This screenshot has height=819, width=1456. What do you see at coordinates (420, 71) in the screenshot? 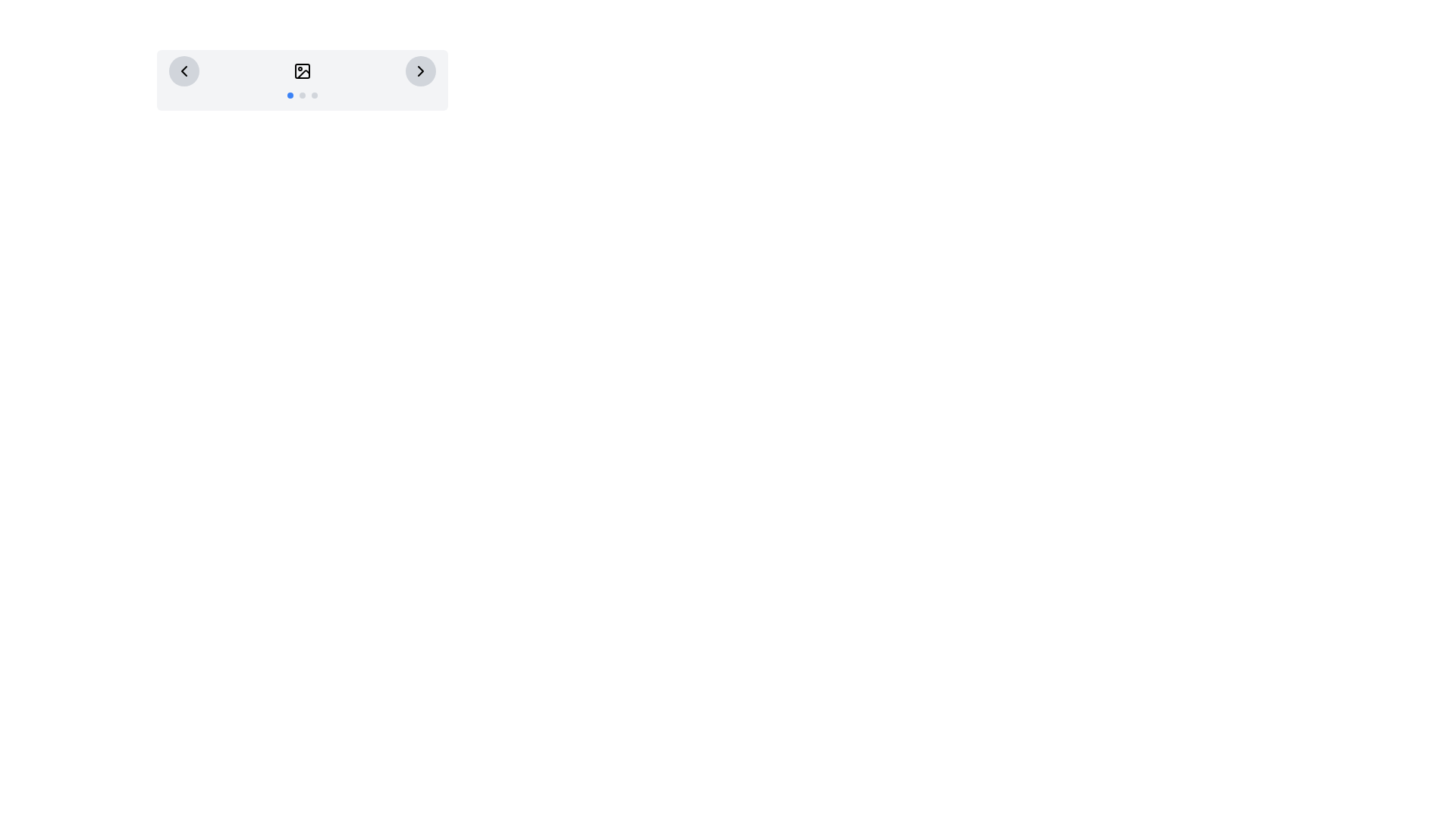
I see `the navigation icon located at the far right of the horizontal toolbar` at bounding box center [420, 71].